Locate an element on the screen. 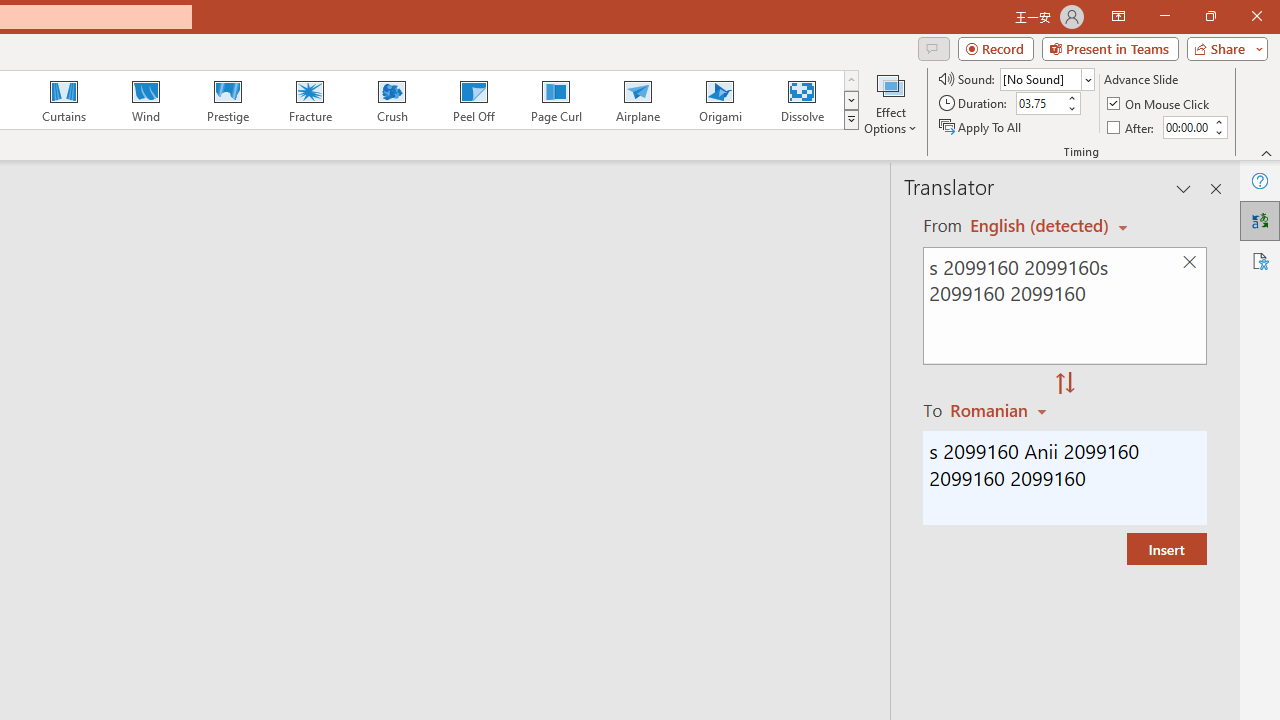 The height and width of the screenshot is (720, 1280). 'Fracture' is located at coordinates (308, 100).